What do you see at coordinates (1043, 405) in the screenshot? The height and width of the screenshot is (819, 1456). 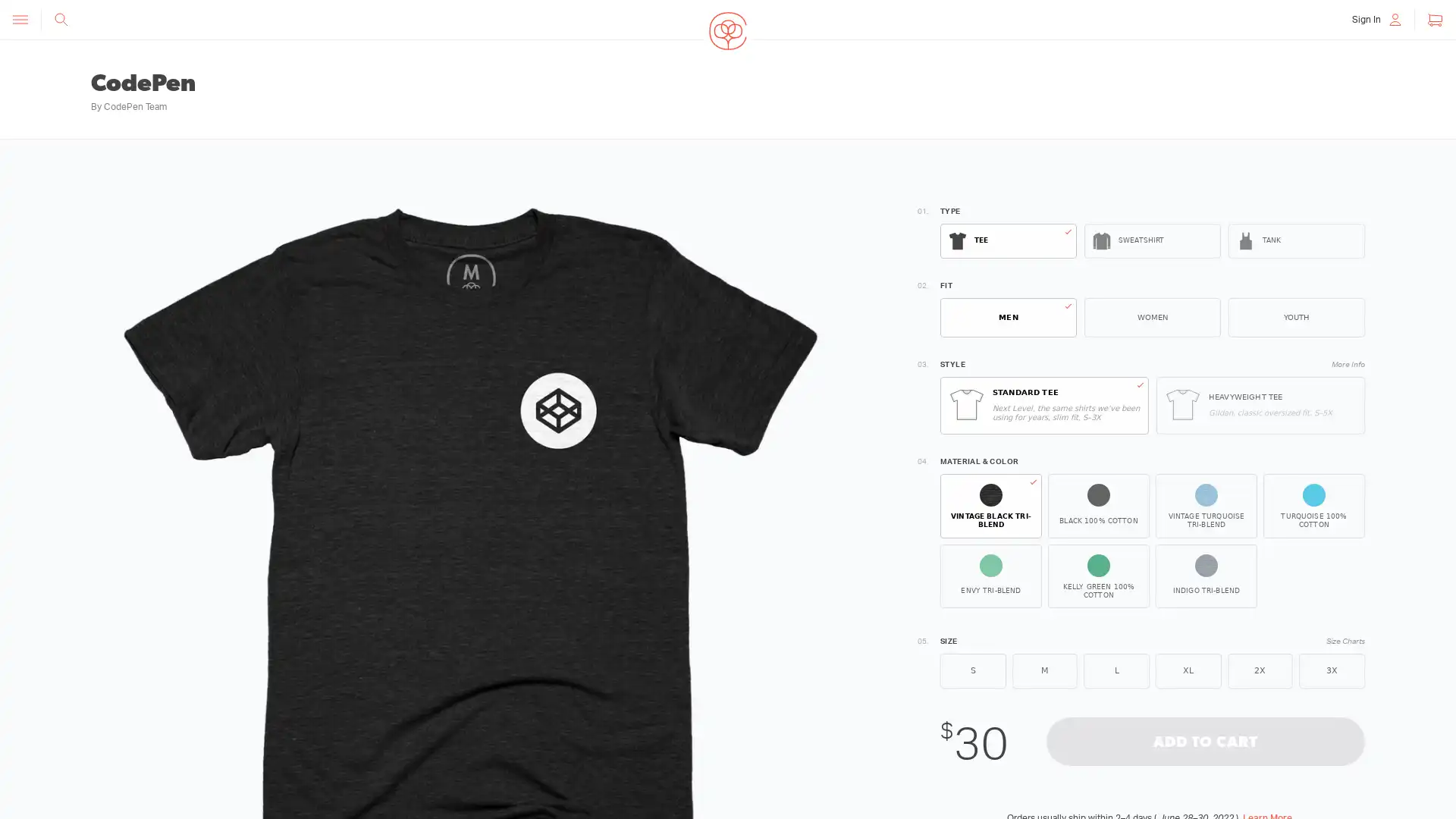 I see `STANDARD TEE Next Level, the same shirts weve been using for years, slim fit, S3X` at bounding box center [1043, 405].